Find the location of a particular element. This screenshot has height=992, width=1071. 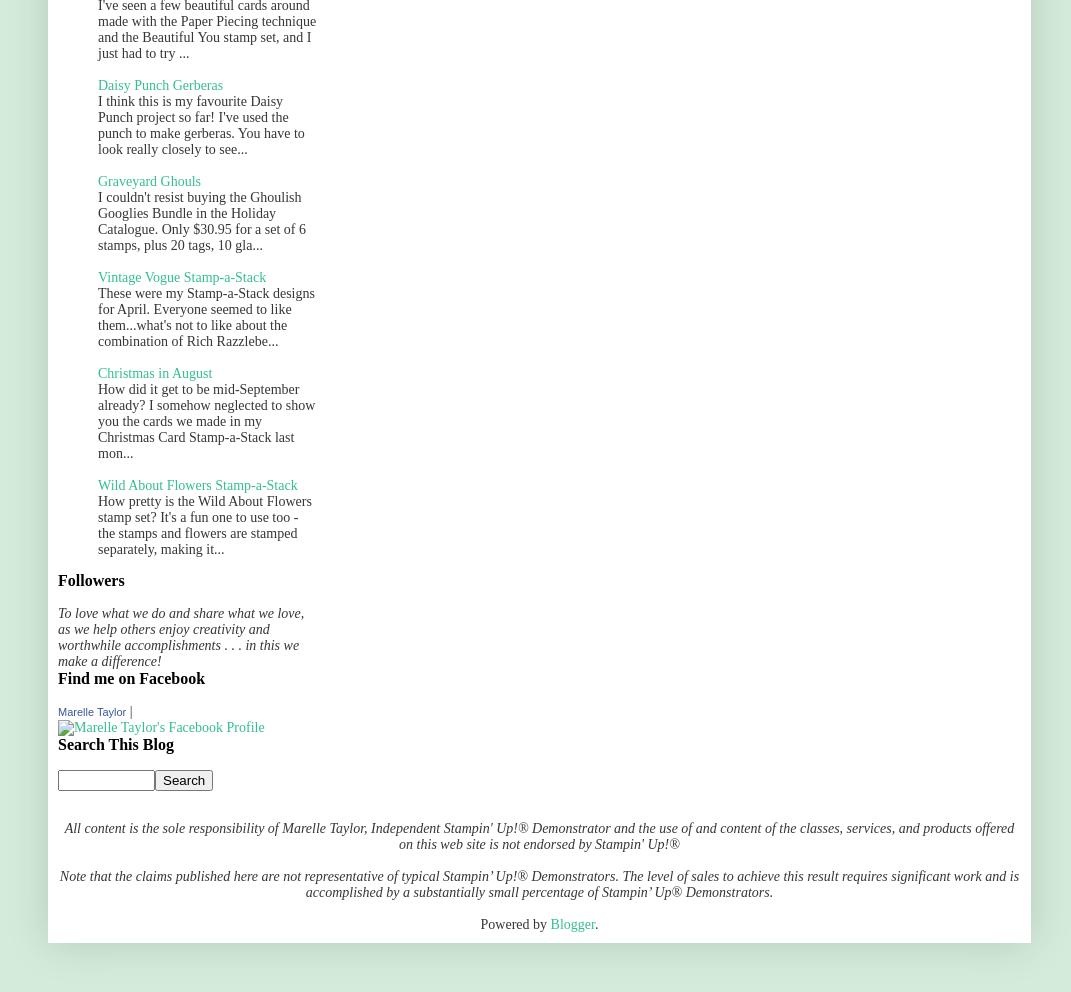

'These were my Stamp-a-Stack designs for April. Everyone seemed to like them...what's not to like about the combination of Rich Razzlebe...' is located at coordinates (97, 317).